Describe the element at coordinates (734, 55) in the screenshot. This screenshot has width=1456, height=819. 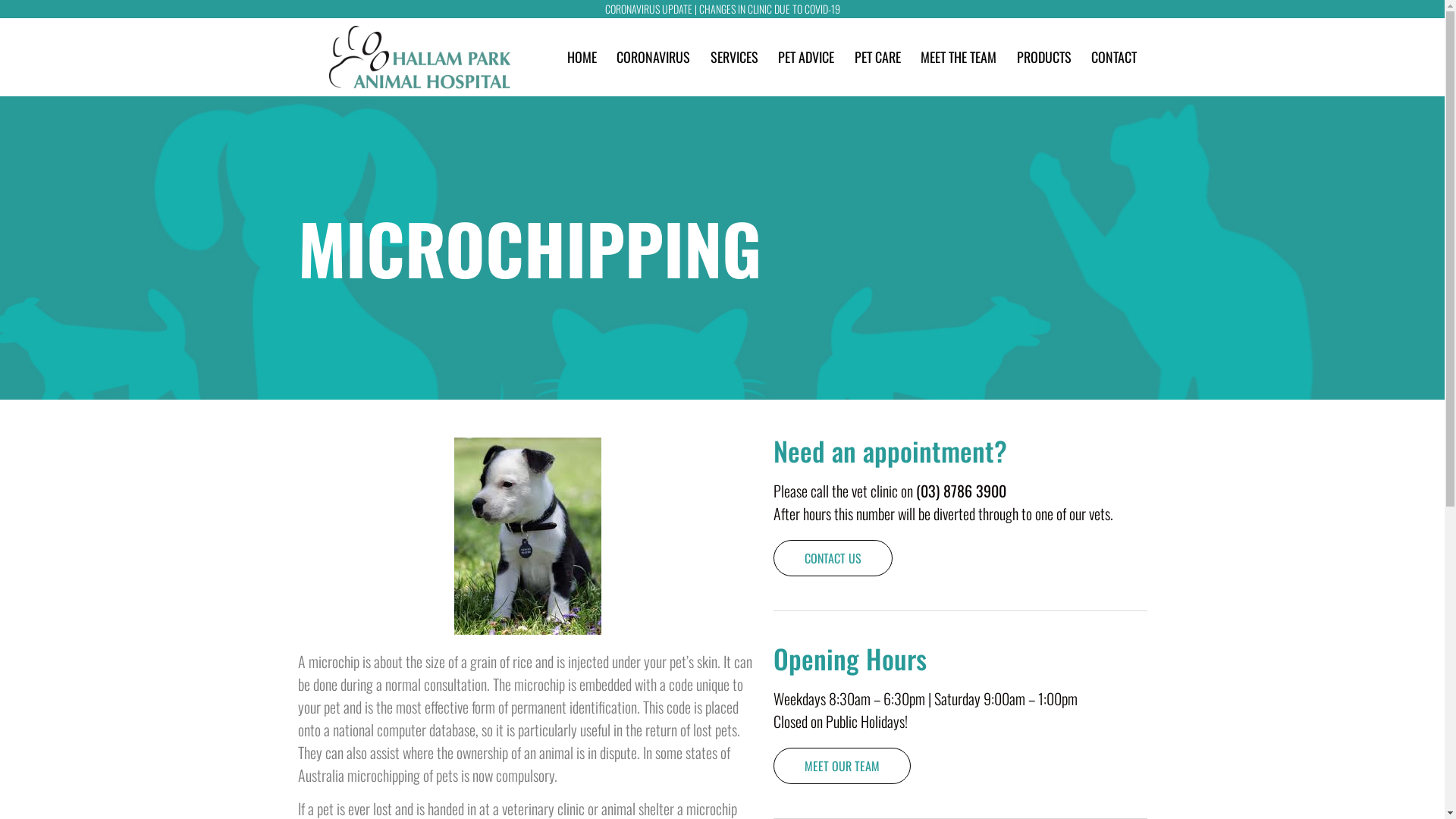
I see `'SERVICES'` at that location.